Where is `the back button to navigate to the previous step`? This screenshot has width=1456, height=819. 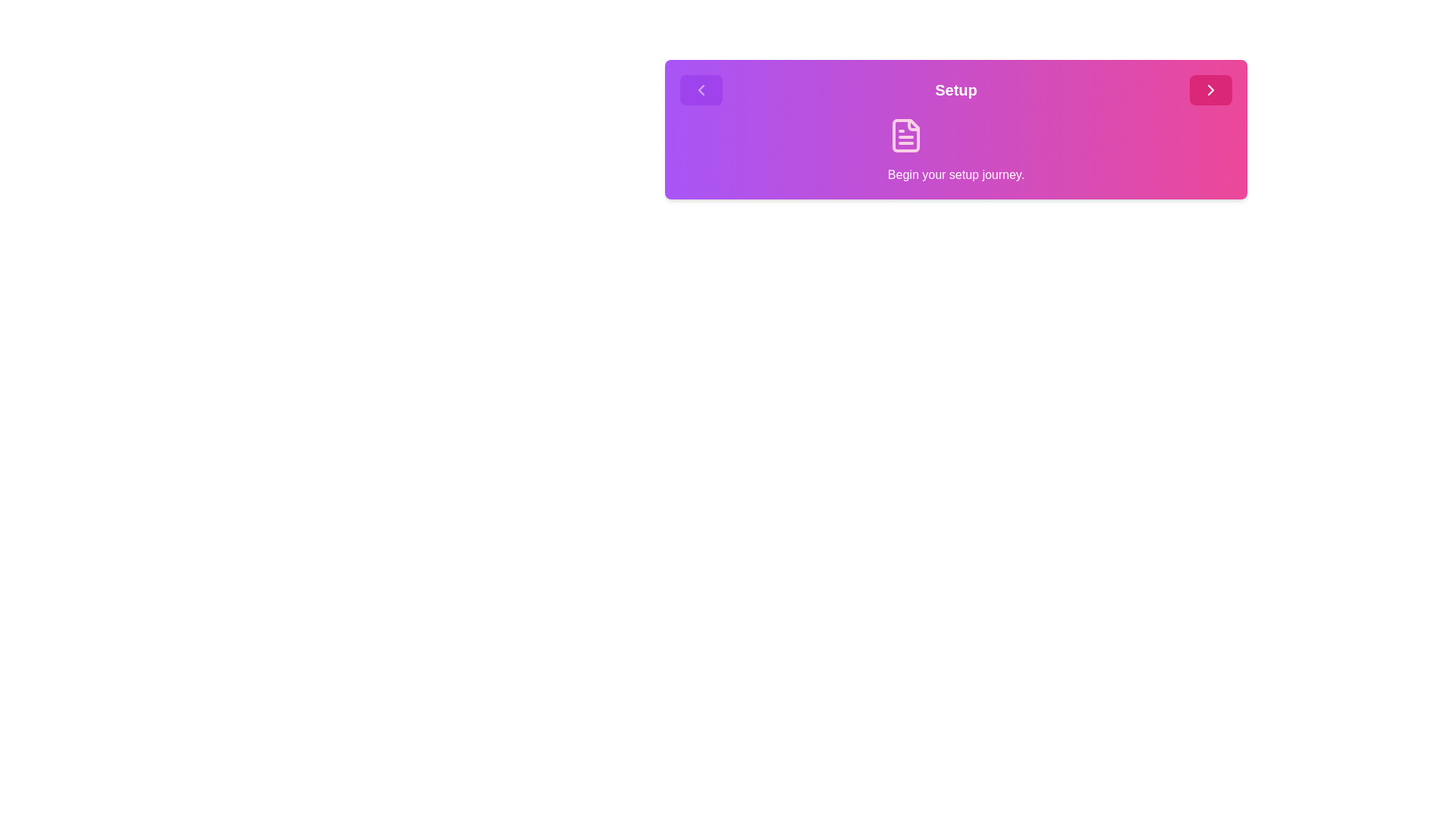 the back button to navigate to the previous step is located at coordinates (701, 90).